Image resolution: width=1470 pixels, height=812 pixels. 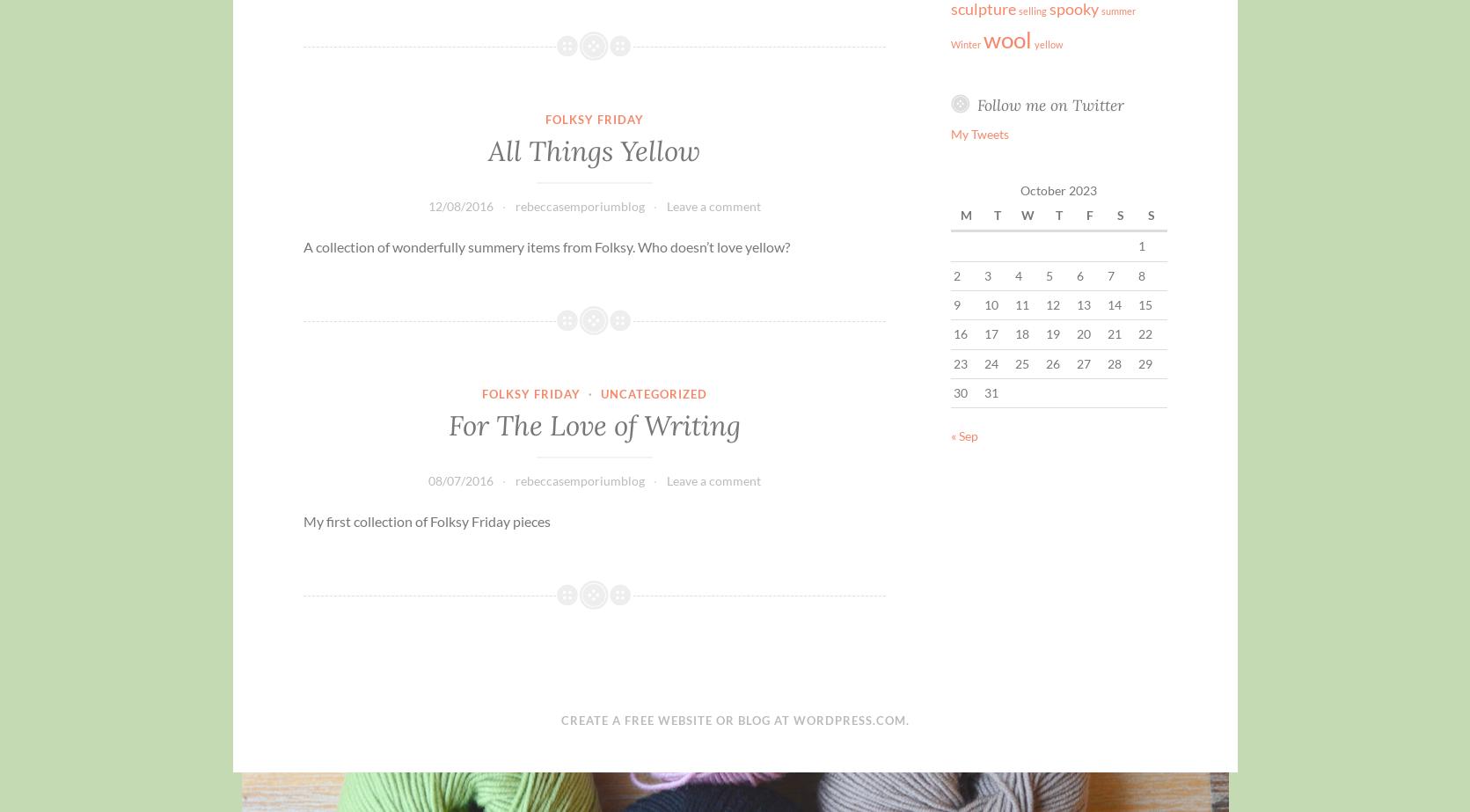 What do you see at coordinates (1049, 105) in the screenshot?
I see `'Follow me on Twitter'` at bounding box center [1049, 105].